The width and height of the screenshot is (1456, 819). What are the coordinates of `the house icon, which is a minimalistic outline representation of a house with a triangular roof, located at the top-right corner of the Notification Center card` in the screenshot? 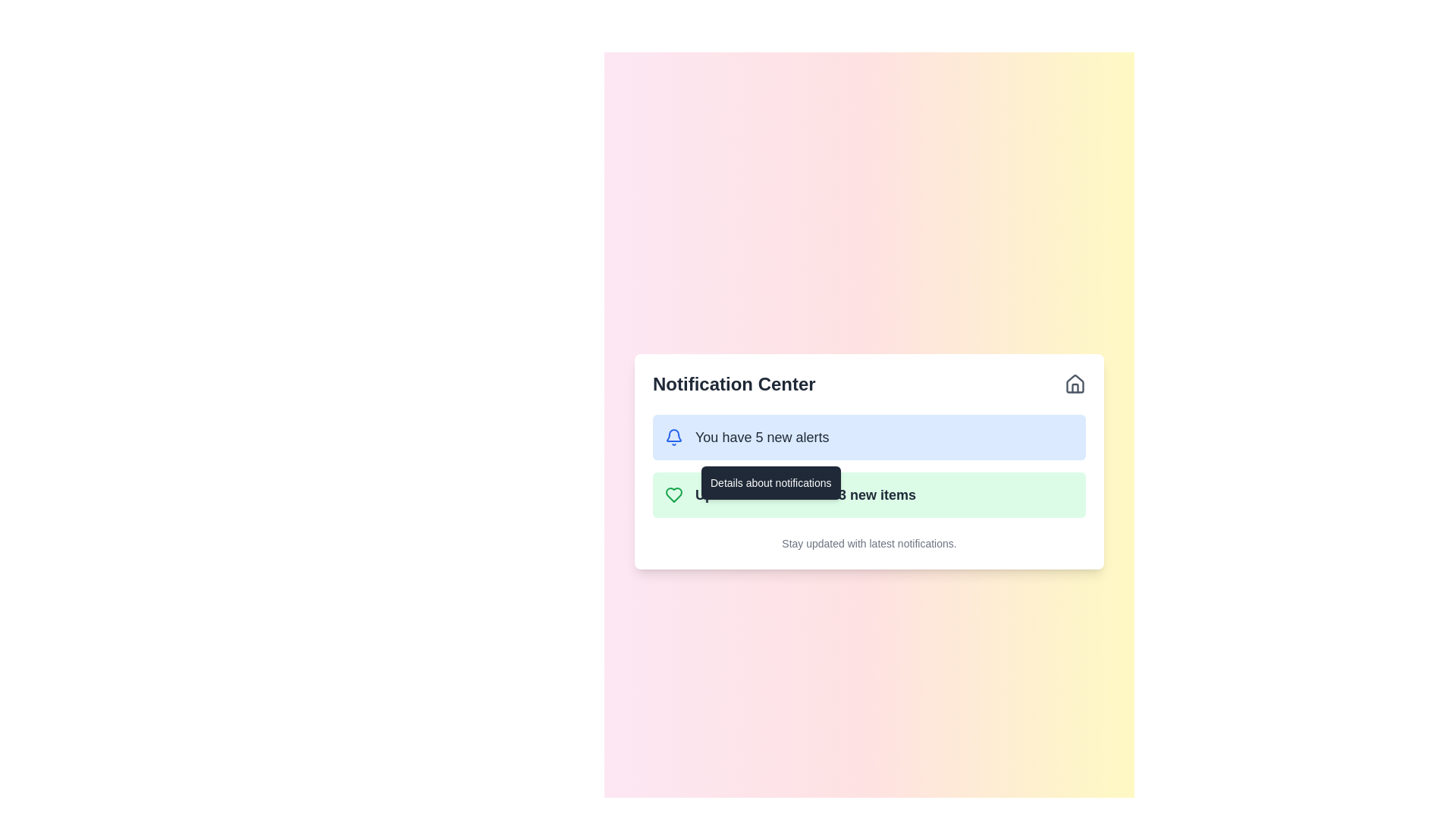 It's located at (1074, 382).